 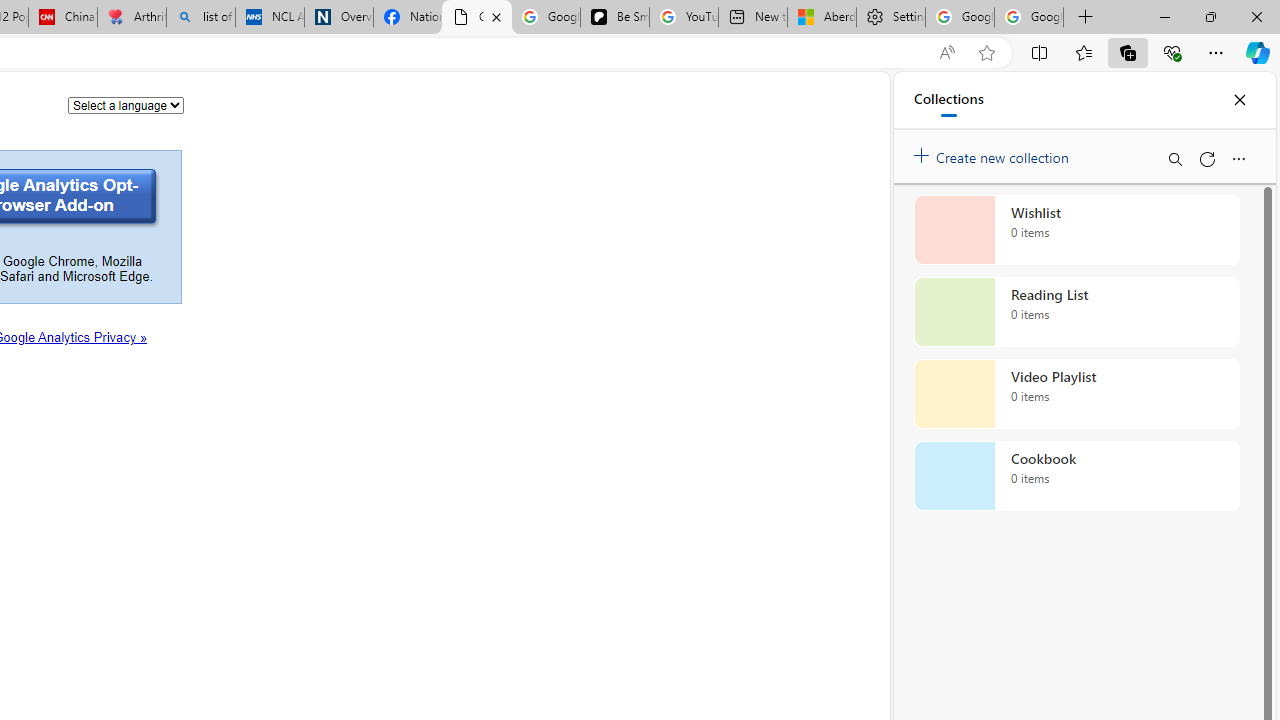 I want to click on 'Cookbook collection, 0 items', so click(x=1076, y=475).